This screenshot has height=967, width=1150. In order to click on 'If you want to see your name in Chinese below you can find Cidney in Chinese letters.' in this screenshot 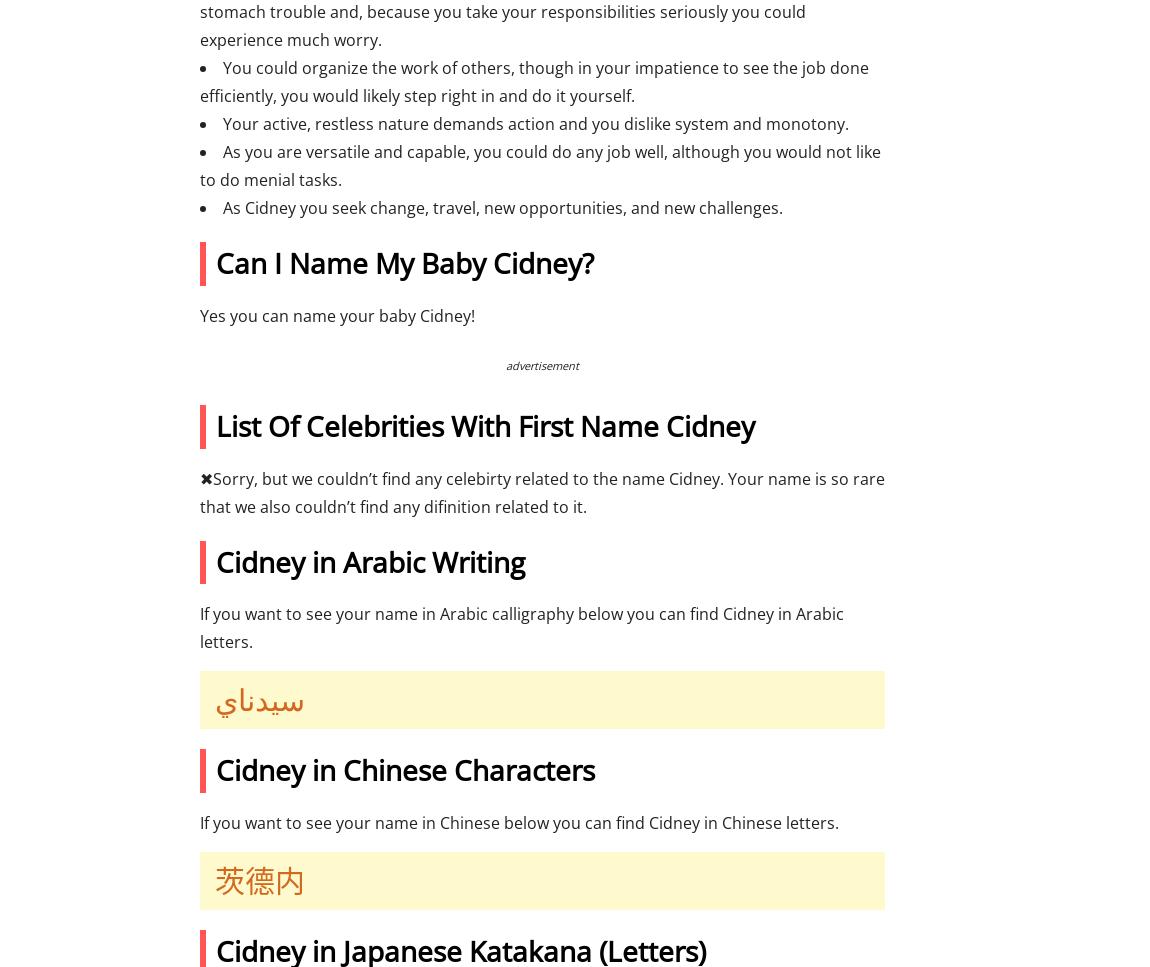, I will do `click(519, 822)`.